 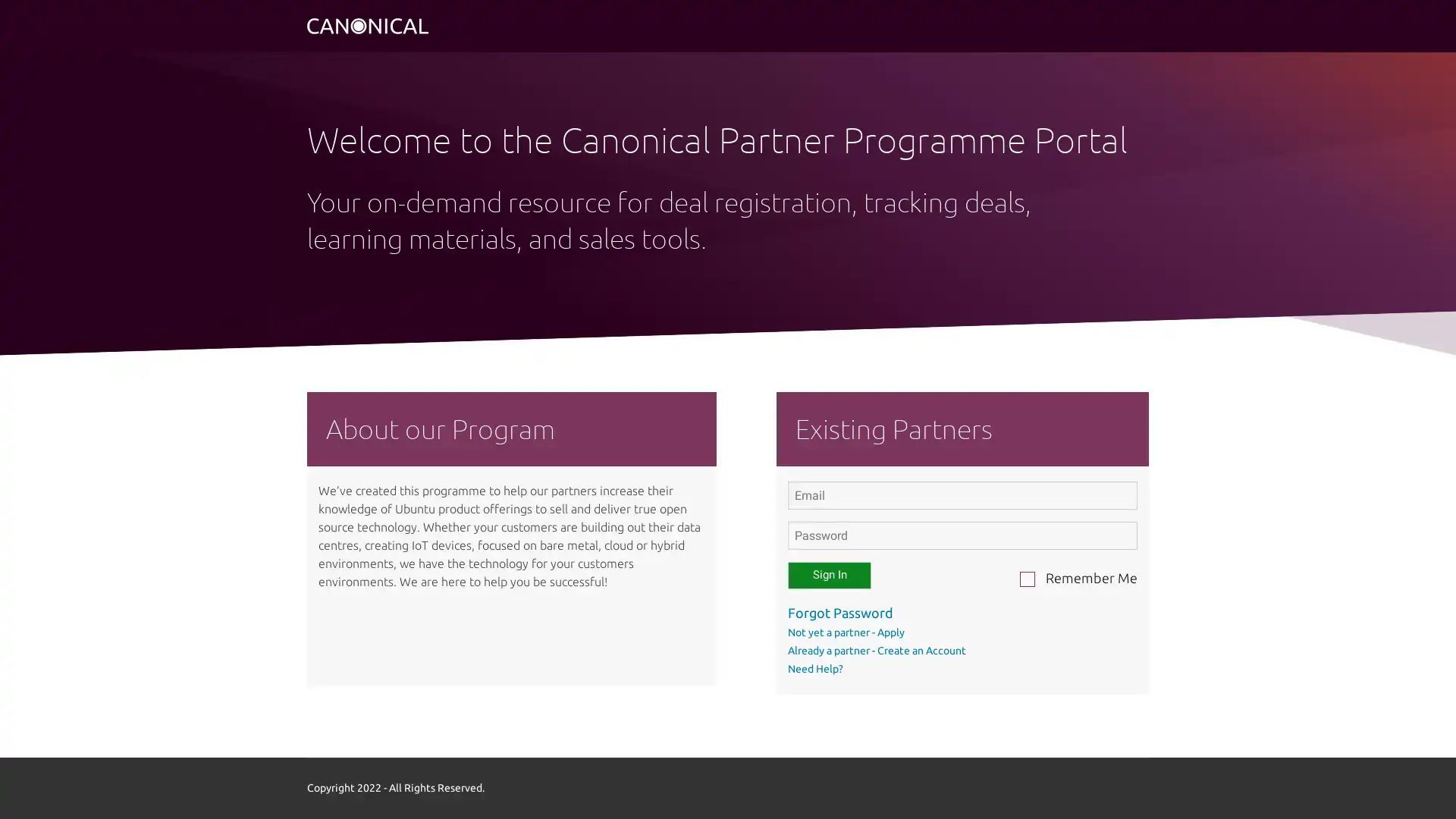 I want to click on Sign In, so click(x=829, y=575).